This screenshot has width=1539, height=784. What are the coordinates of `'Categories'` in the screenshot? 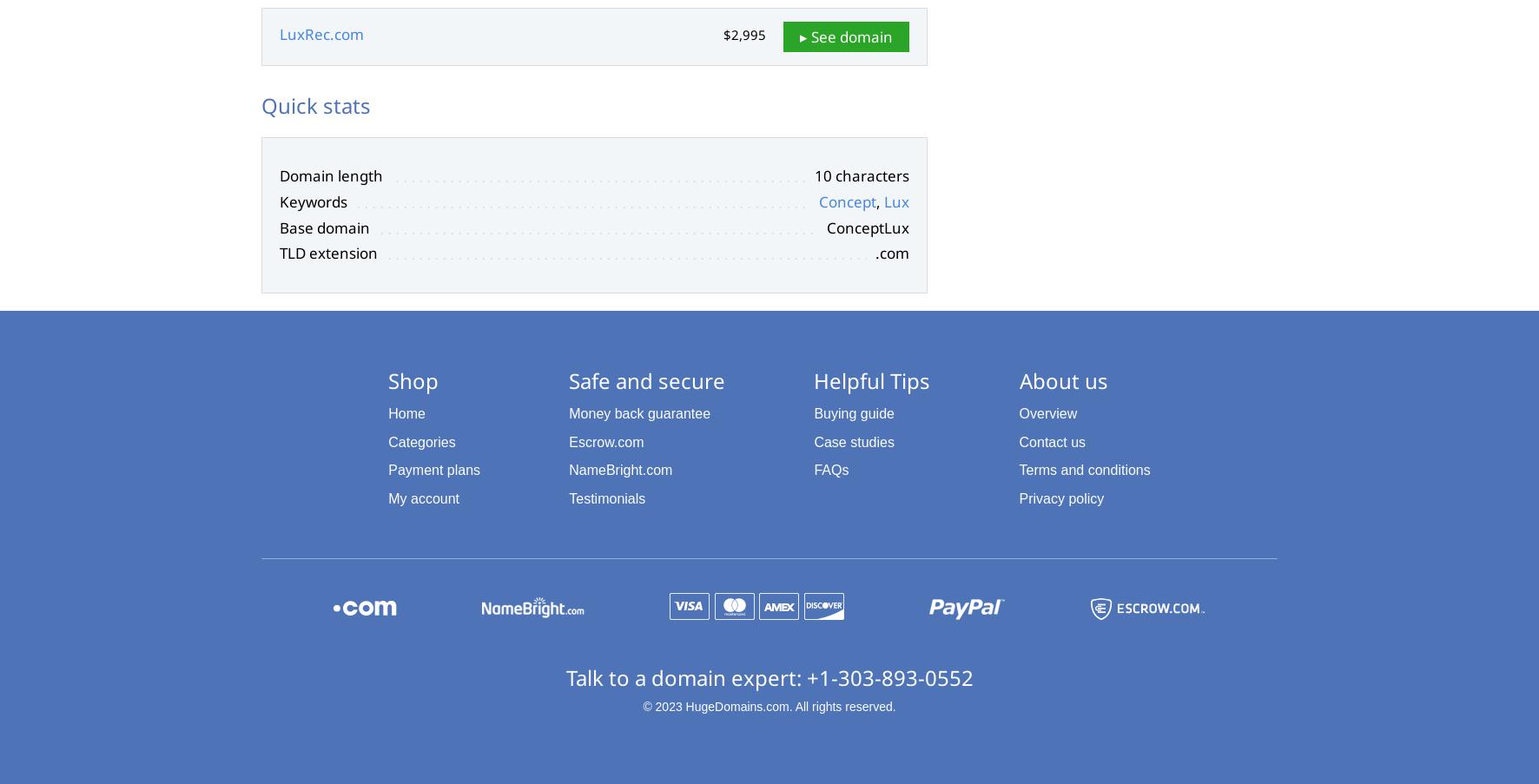 It's located at (420, 441).